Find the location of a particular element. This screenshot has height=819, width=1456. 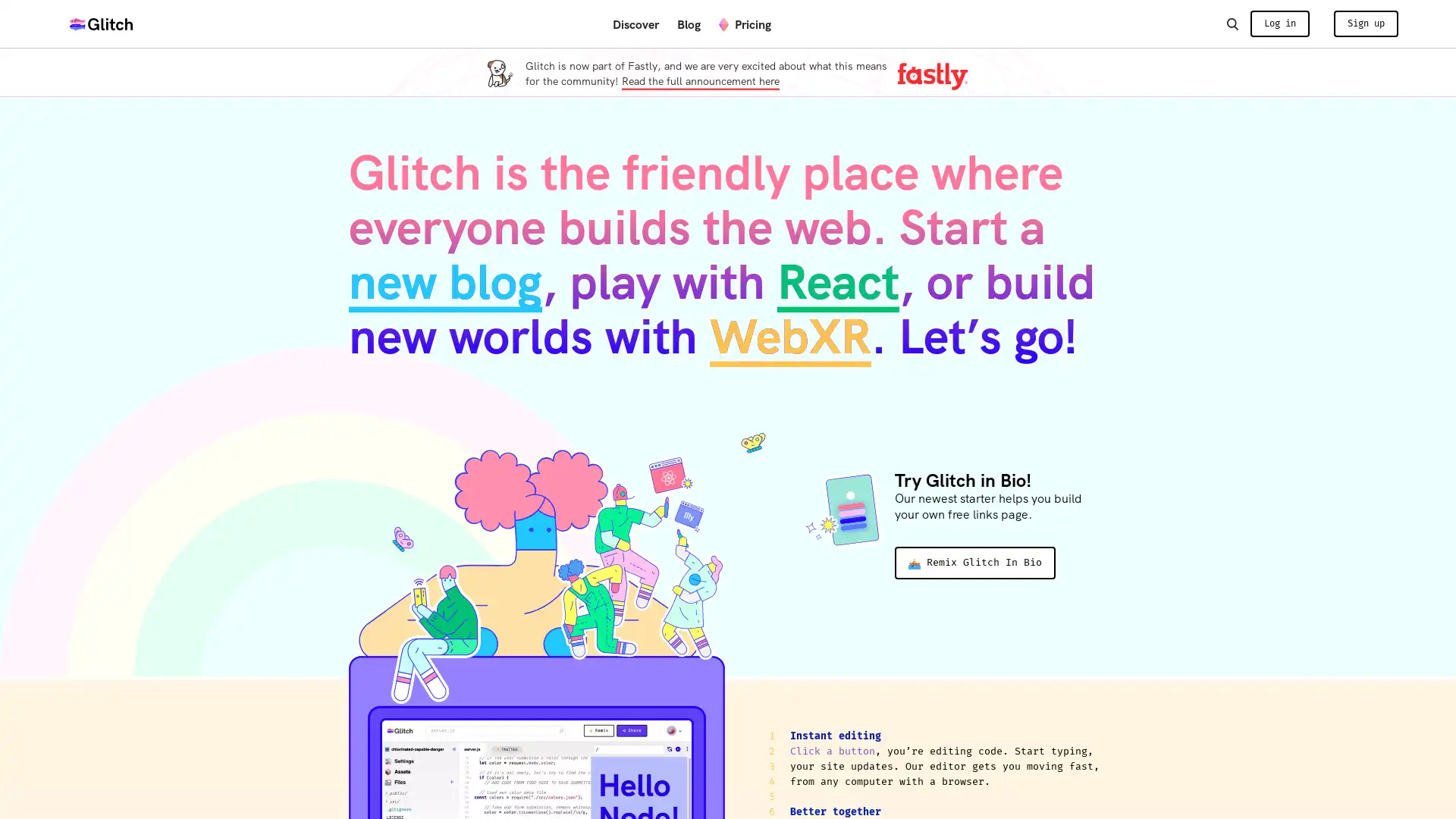

Search Glitch is located at coordinates (1232, 23).